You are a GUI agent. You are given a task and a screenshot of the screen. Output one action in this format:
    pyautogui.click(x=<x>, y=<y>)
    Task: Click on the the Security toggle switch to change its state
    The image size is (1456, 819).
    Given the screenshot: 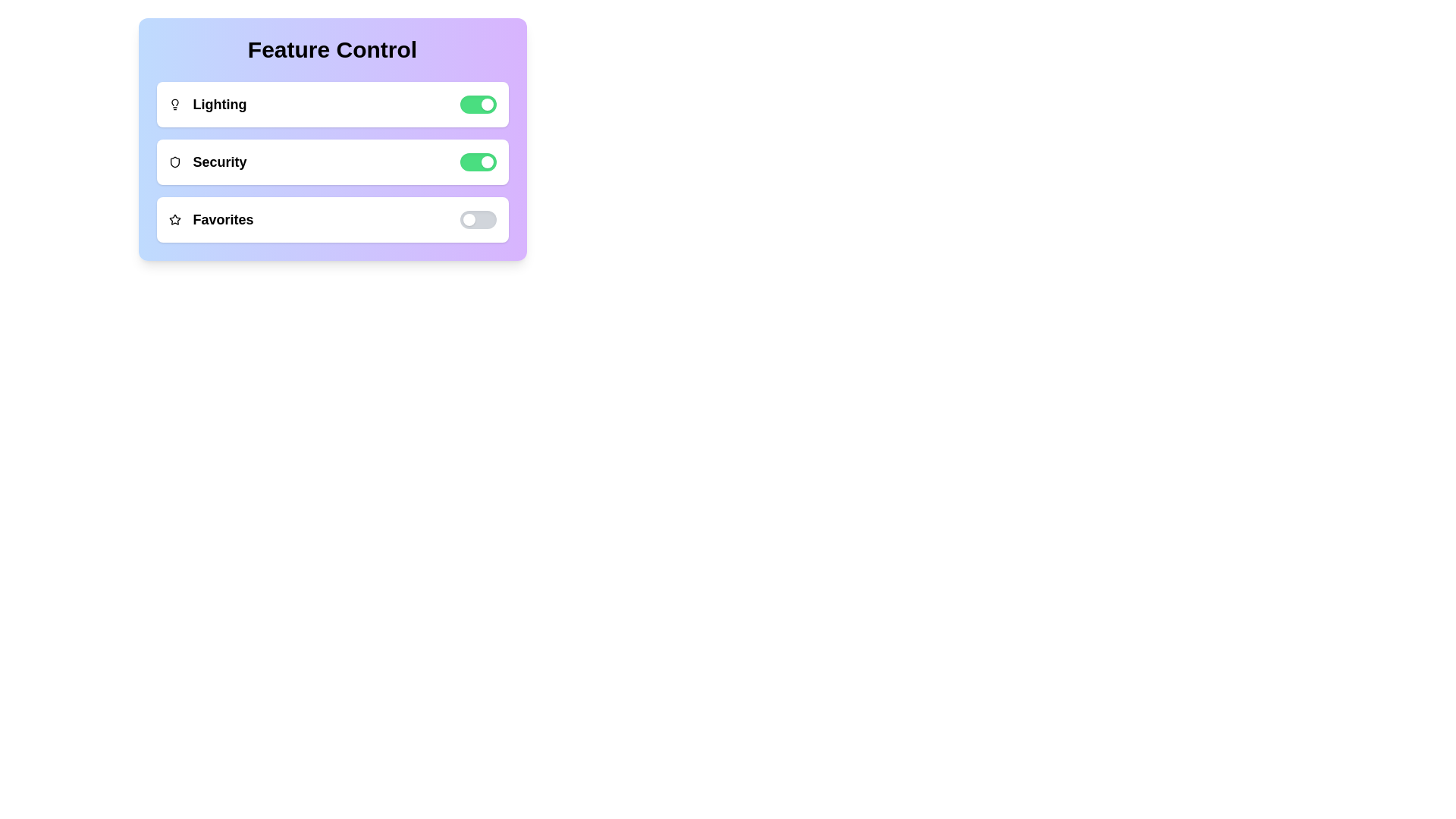 What is the action you would take?
    pyautogui.click(x=477, y=162)
    